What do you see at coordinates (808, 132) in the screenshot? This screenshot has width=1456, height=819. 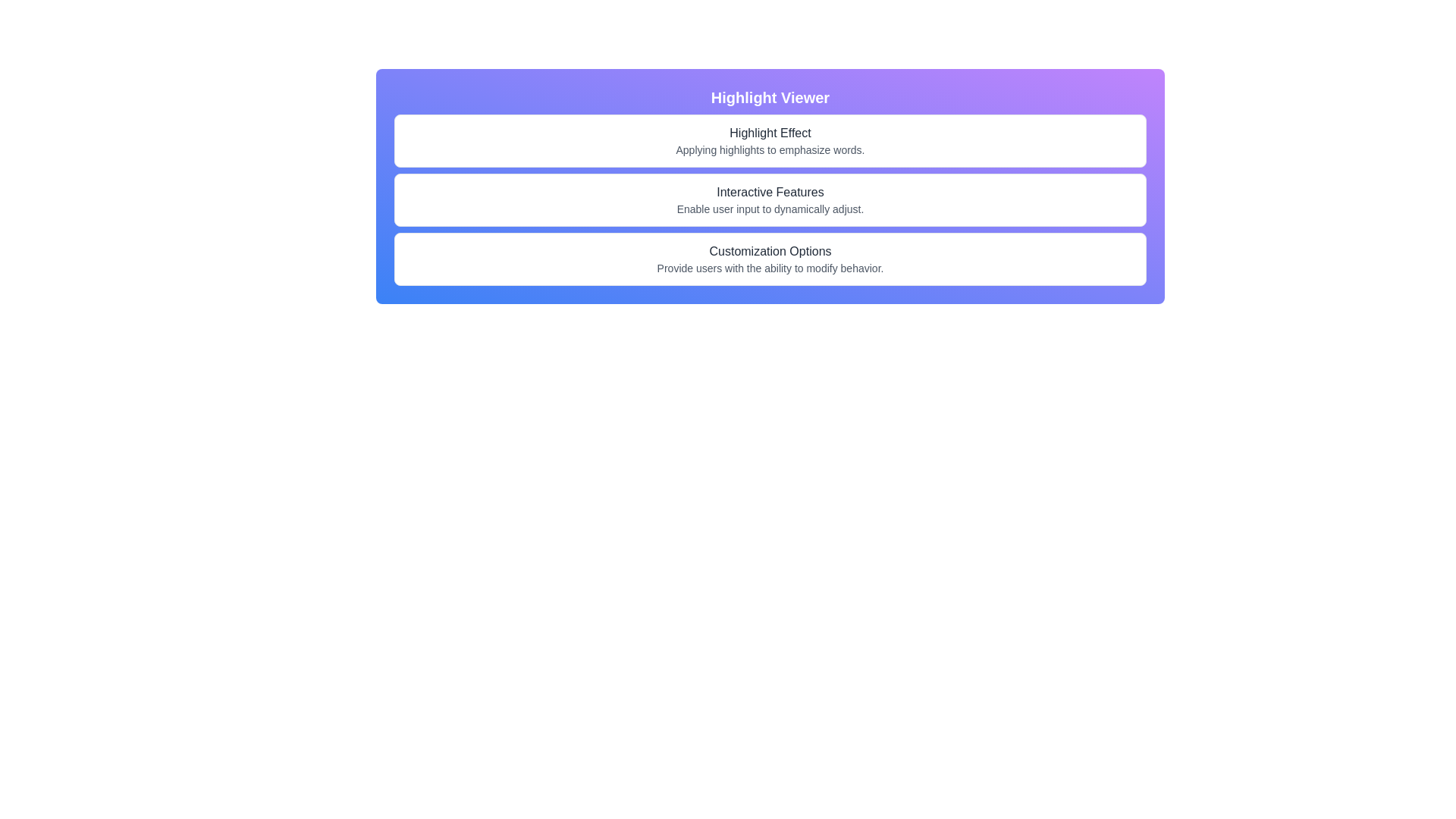 I see `the decorative text character, which is the last character of the word 'Effect' in the phrase 'Highlight Effect'` at bounding box center [808, 132].